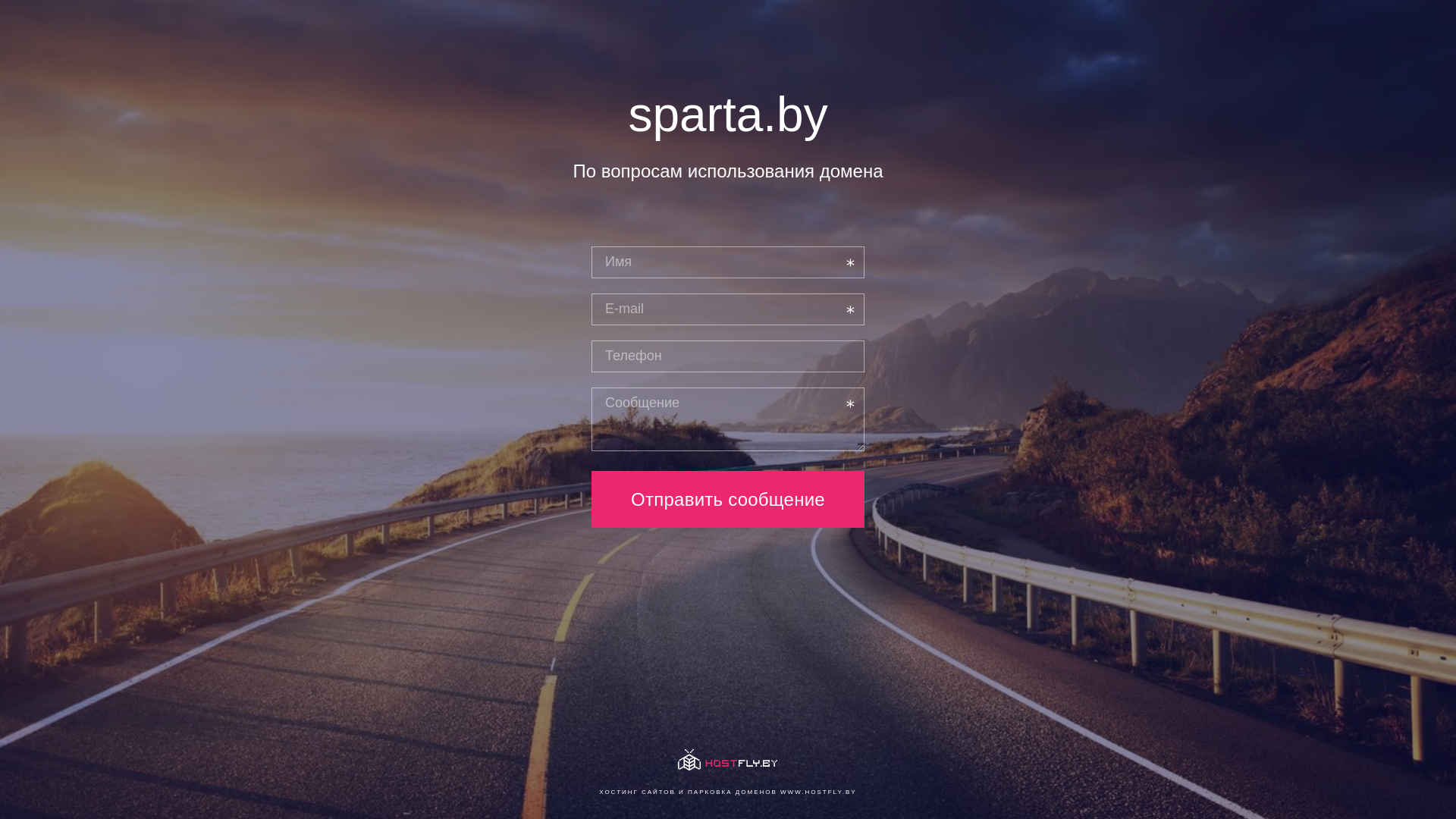 Image resolution: width=1456 pixels, height=819 pixels. What do you see at coordinates (817, 791) in the screenshot?
I see `'WWW.HOSTFLY.BY'` at bounding box center [817, 791].